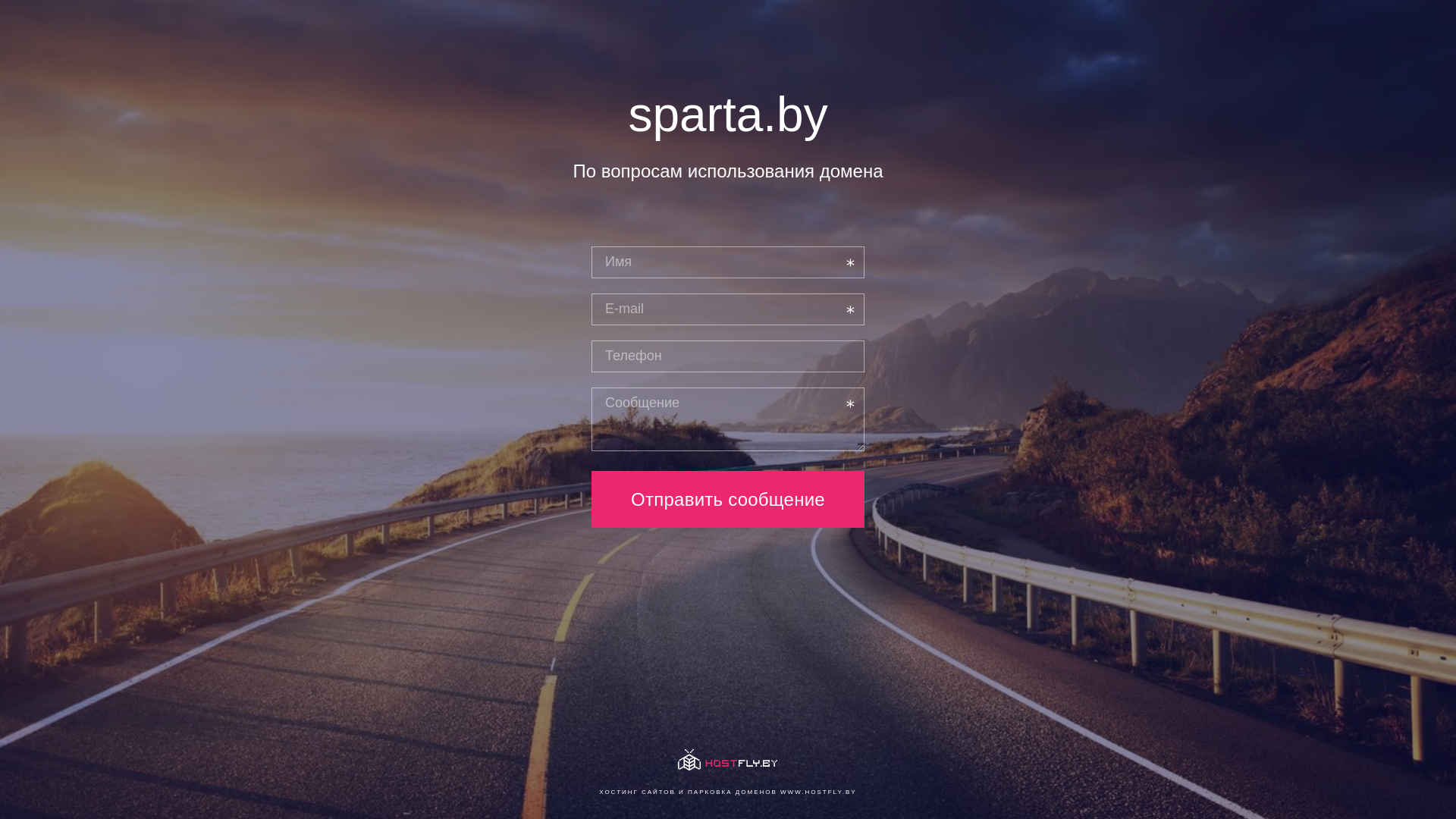 Image resolution: width=1456 pixels, height=819 pixels. What do you see at coordinates (817, 791) in the screenshot?
I see `'WWW.HOSTFLY.BY'` at bounding box center [817, 791].